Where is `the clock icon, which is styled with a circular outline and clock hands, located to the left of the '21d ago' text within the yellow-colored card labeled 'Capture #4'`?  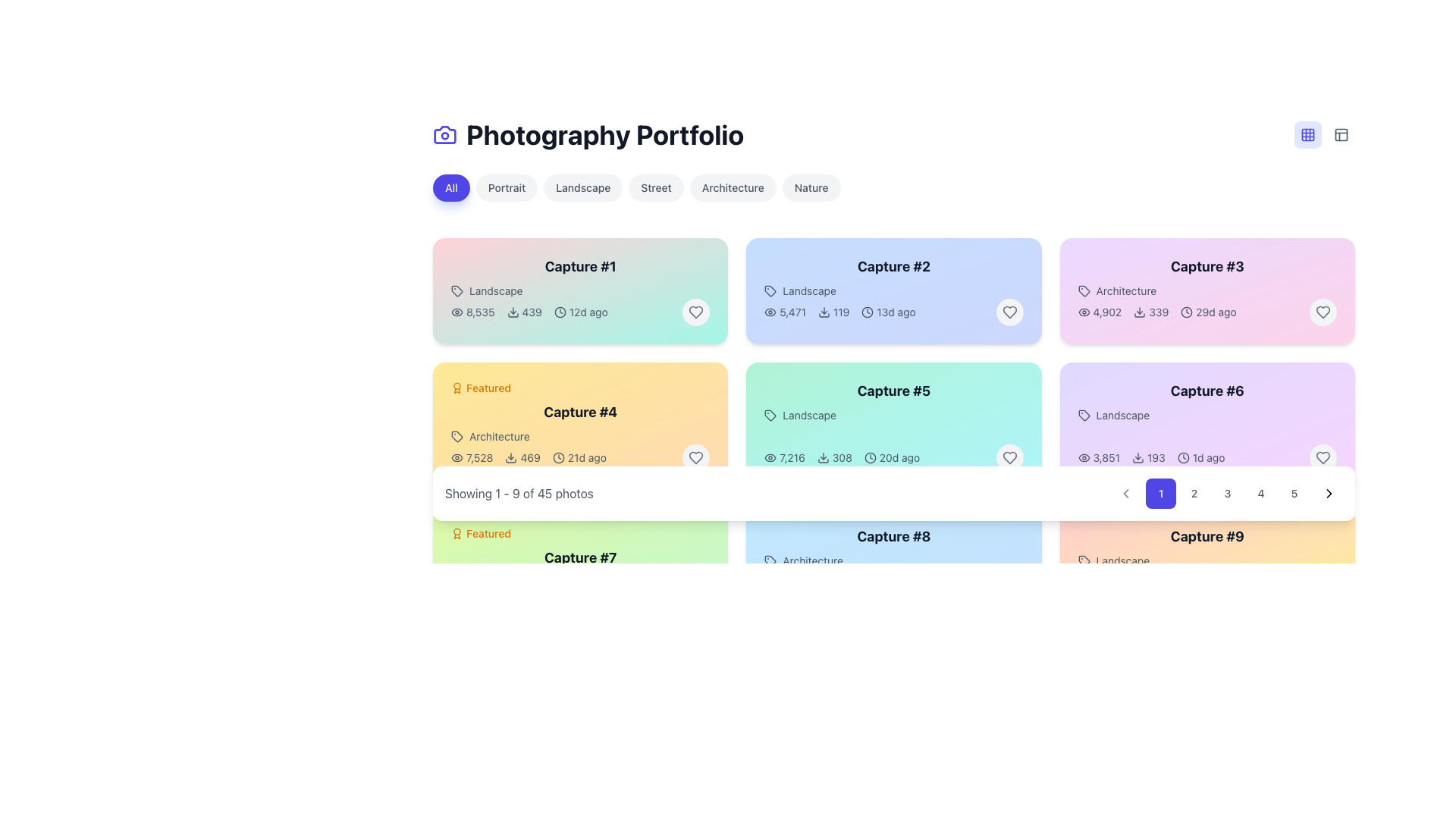 the clock icon, which is styled with a circular outline and clock hands, located to the left of the '21d ago' text within the yellow-colored card labeled 'Capture #4' is located at coordinates (557, 457).